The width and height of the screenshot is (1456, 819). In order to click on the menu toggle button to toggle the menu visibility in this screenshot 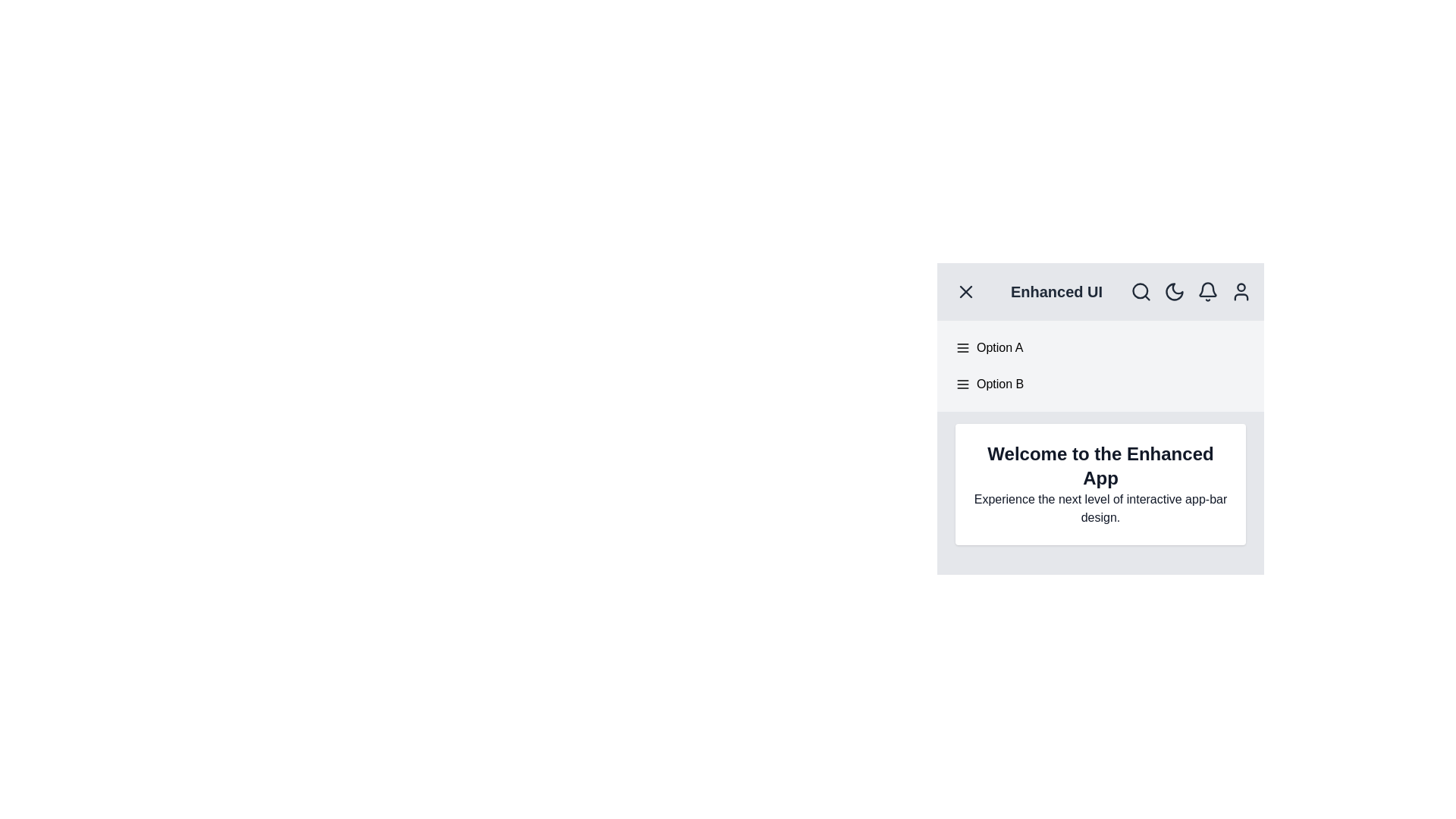, I will do `click(965, 292)`.